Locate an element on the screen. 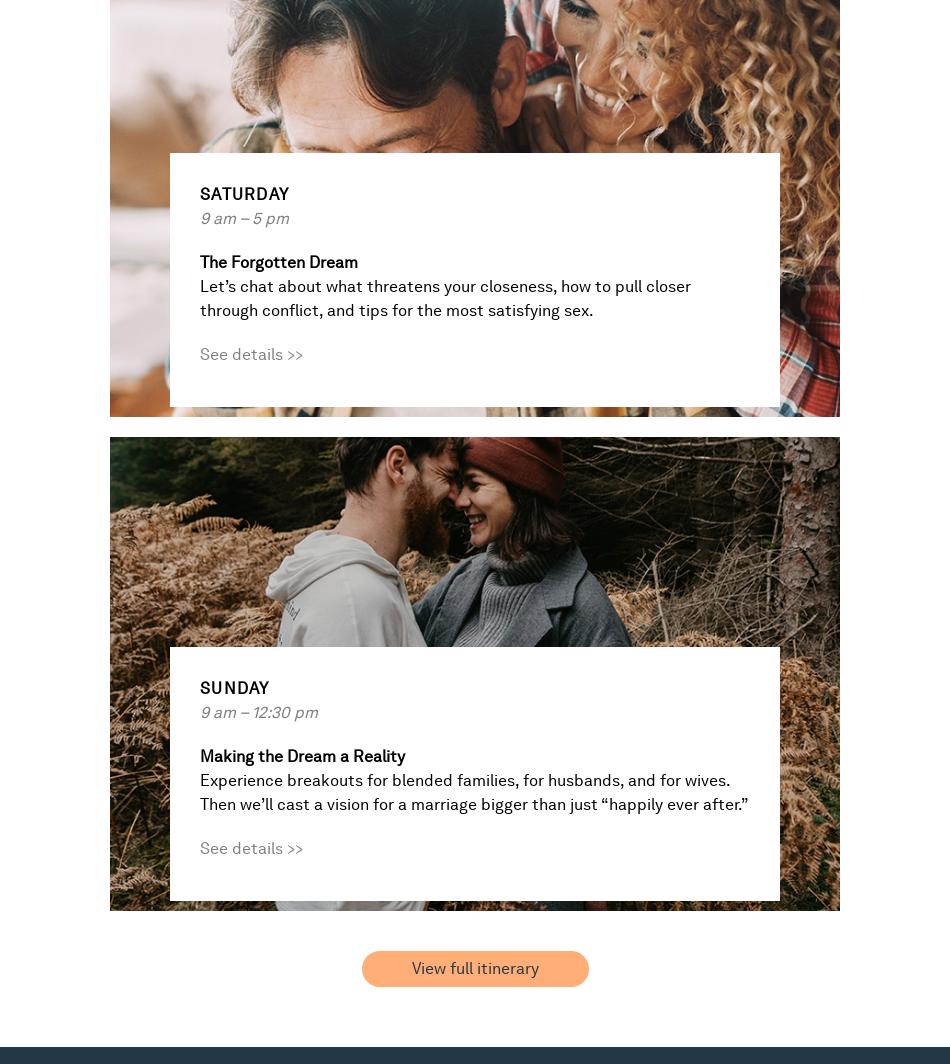 The height and width of the screenshot is (1064, 950). 'Making the Dream a Reality' is located at coordinates (301, 756).